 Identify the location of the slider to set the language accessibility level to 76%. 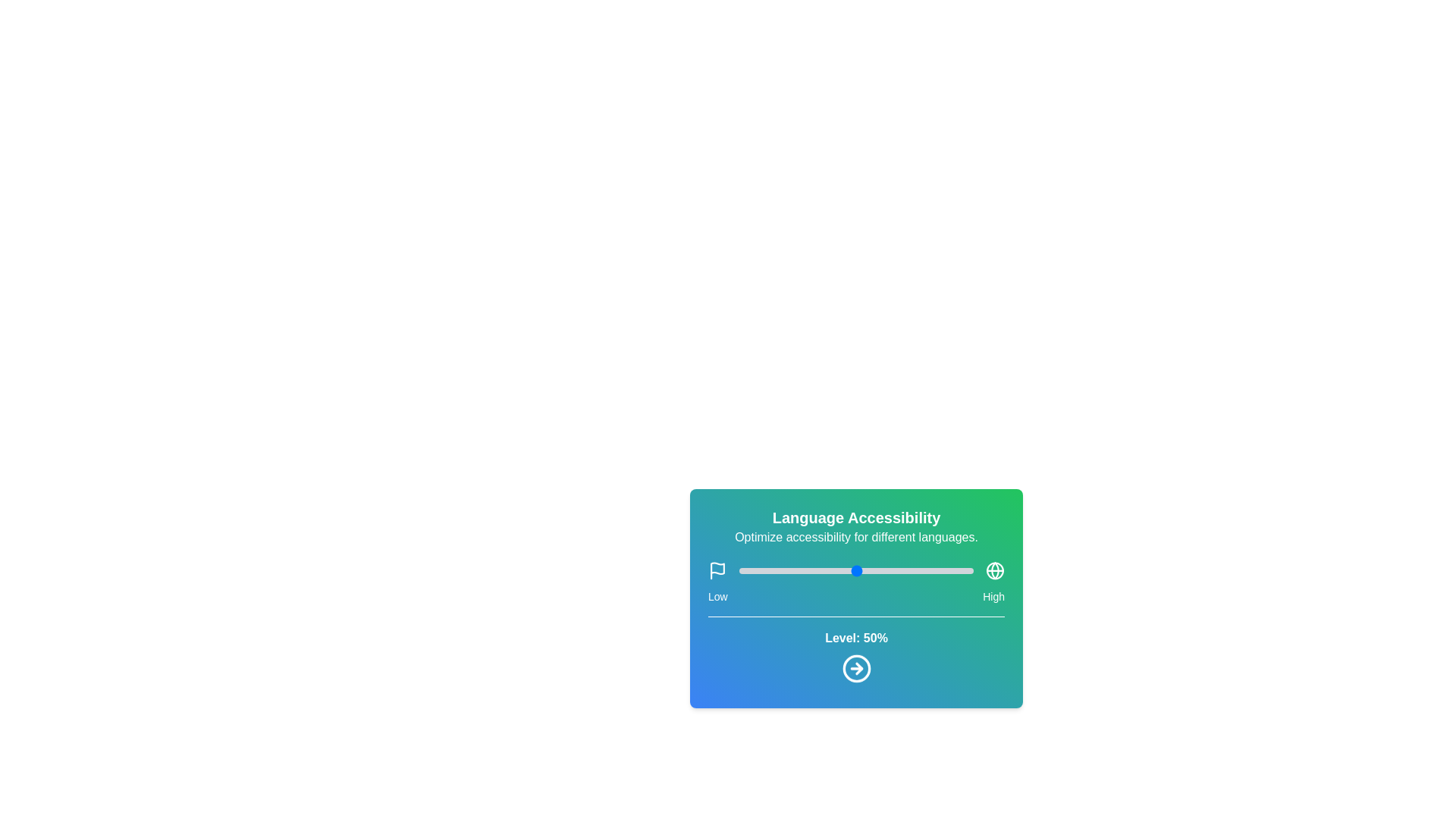
(916, 570).